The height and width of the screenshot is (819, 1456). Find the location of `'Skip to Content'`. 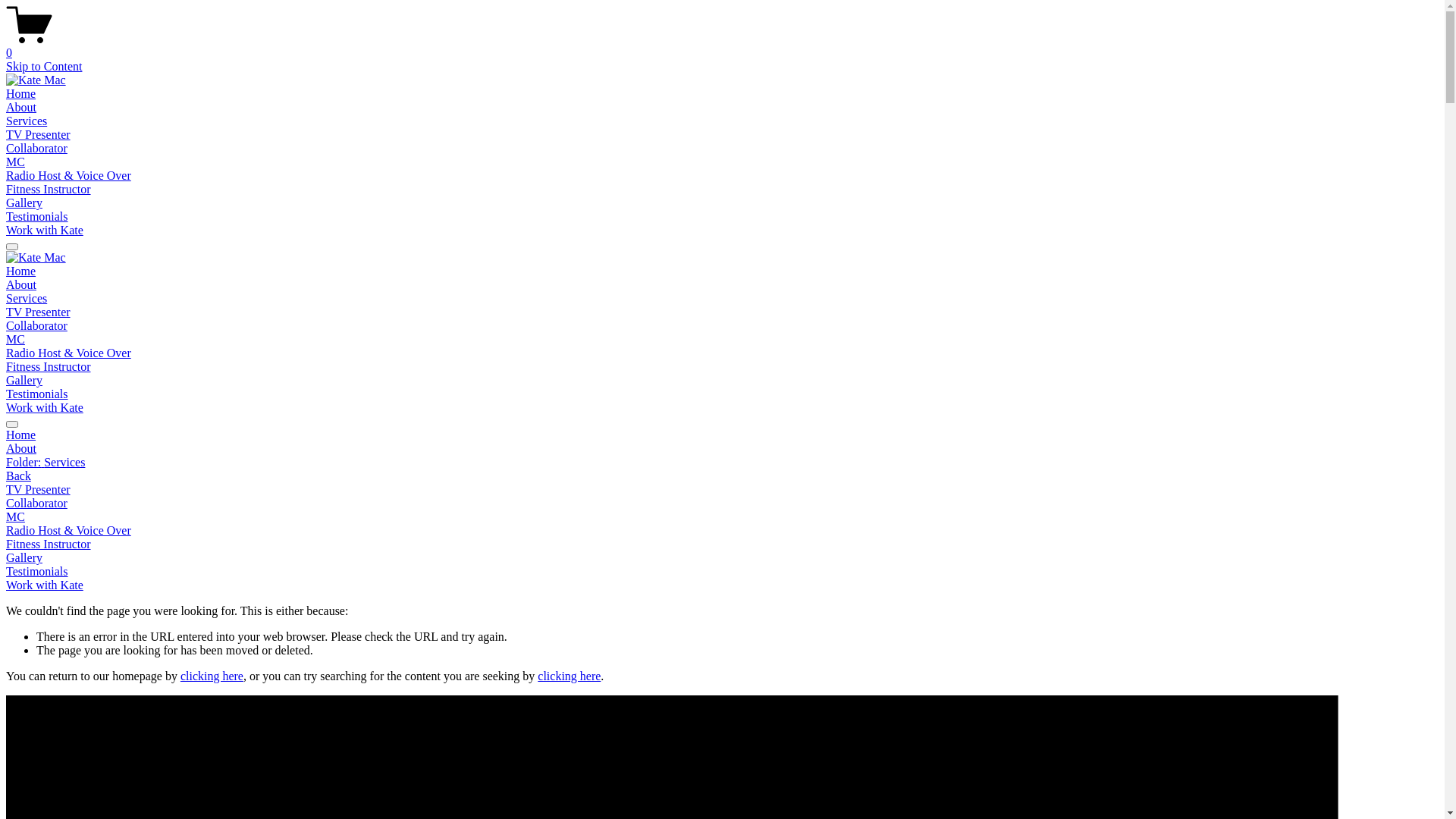

'Skip to Content' is located at coordinates (43, 65).